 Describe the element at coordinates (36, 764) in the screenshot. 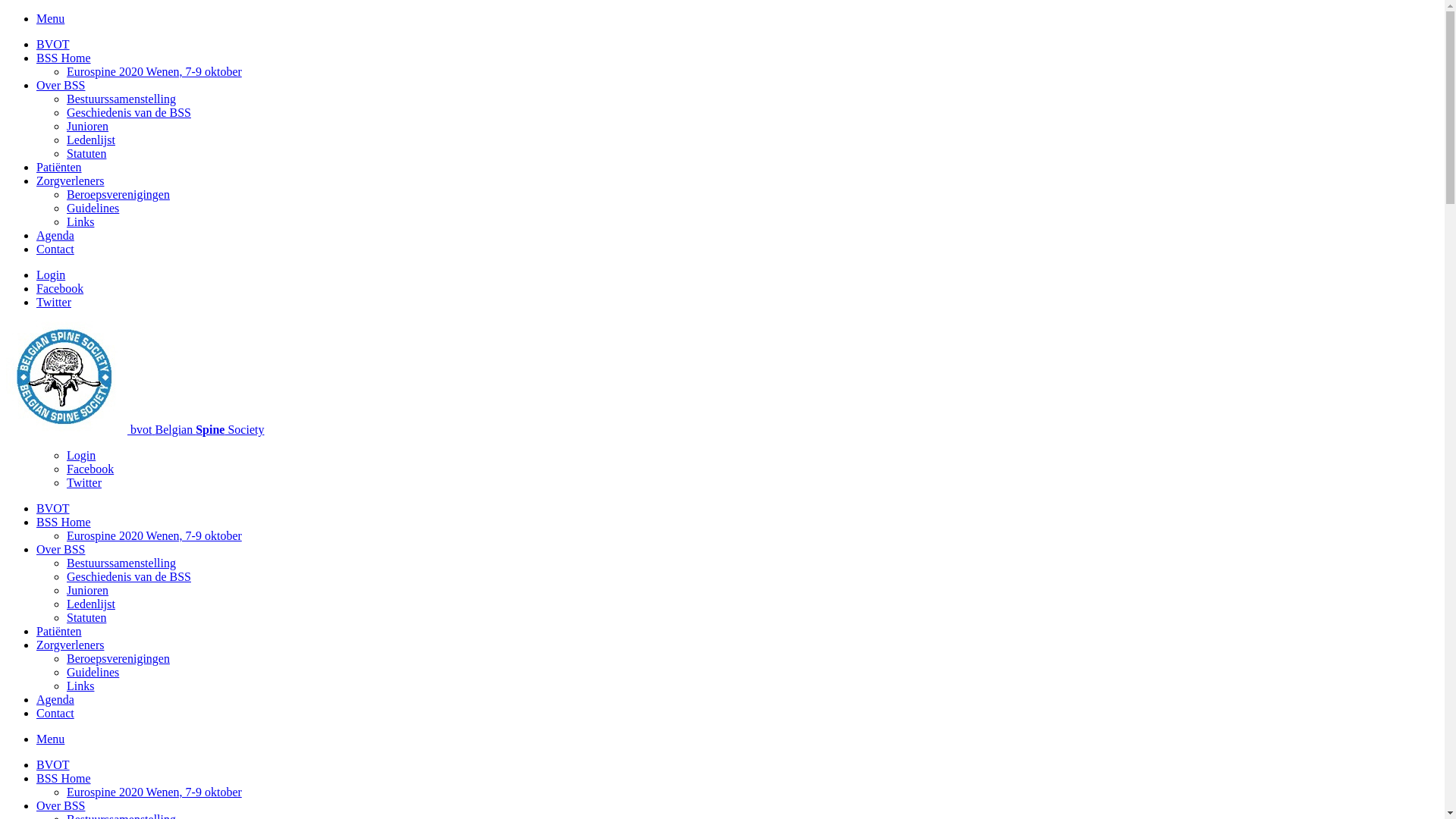

I see `'BVOT'` at that location.